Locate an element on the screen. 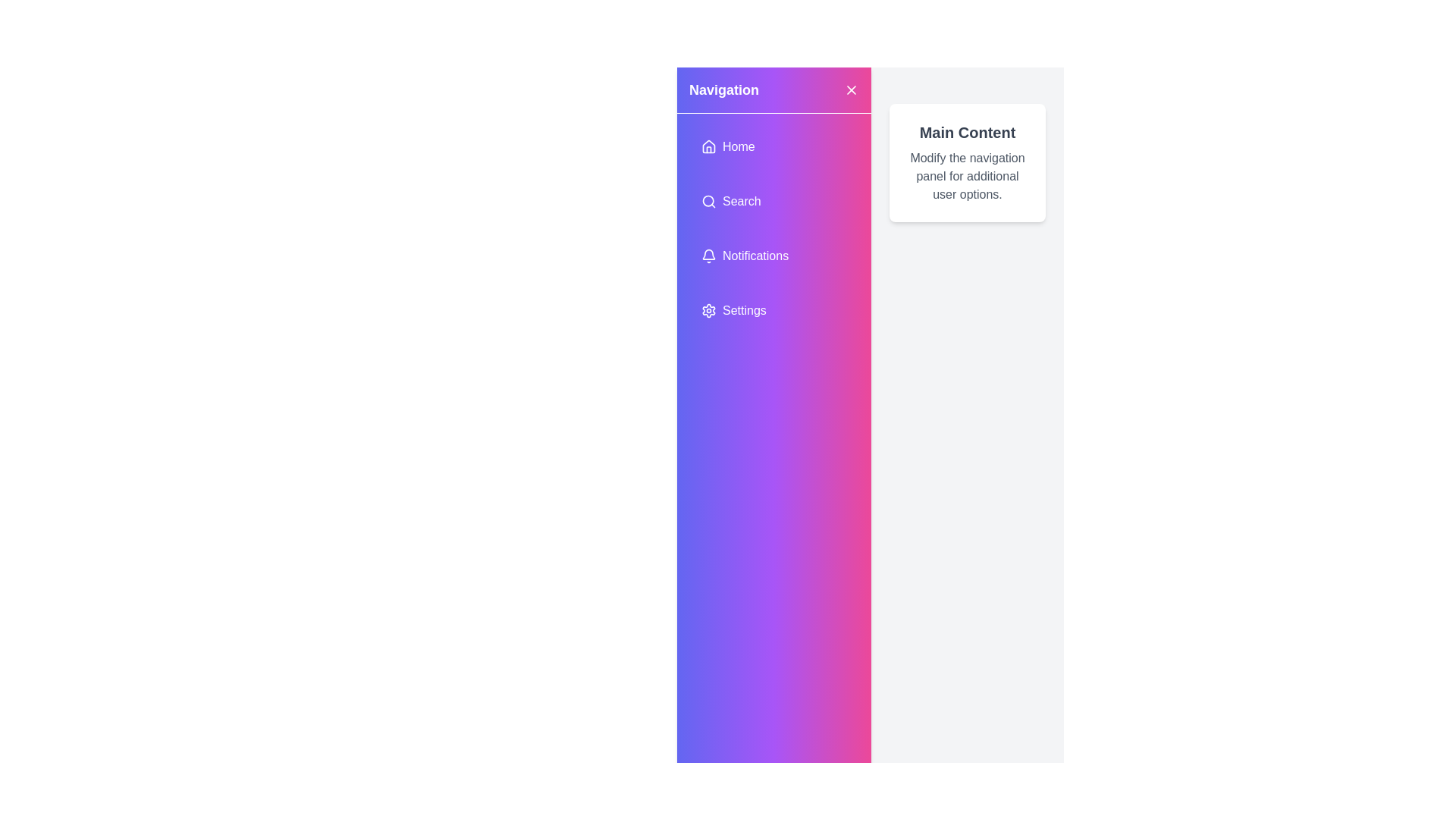 The image size is (1456, 819). the 'Home' text label, which is displayed in white font on a purple background and is the first option in the navigation sidebar, to interact with it is located at coordinates (739, 146).